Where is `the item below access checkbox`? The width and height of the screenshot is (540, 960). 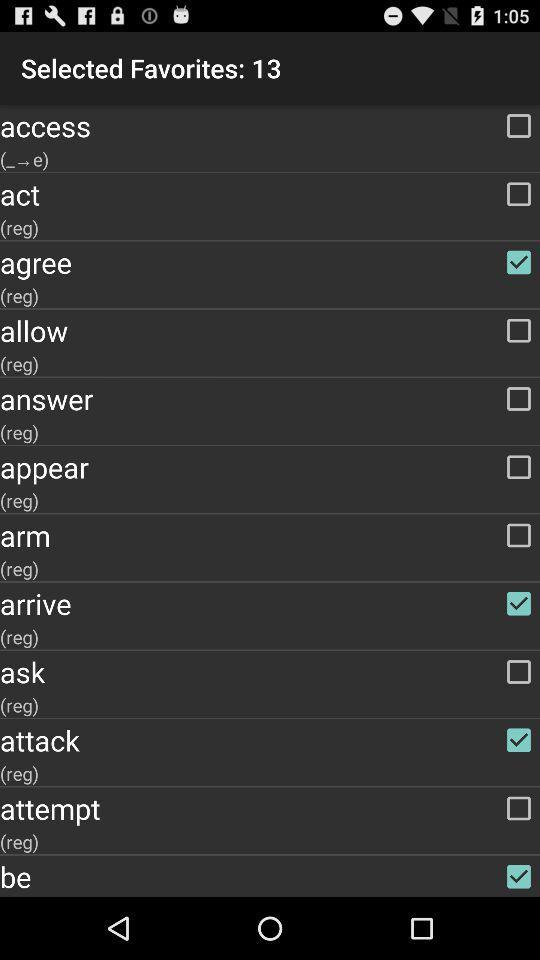
the item below access checkbox is located at coordinates (270, 158).